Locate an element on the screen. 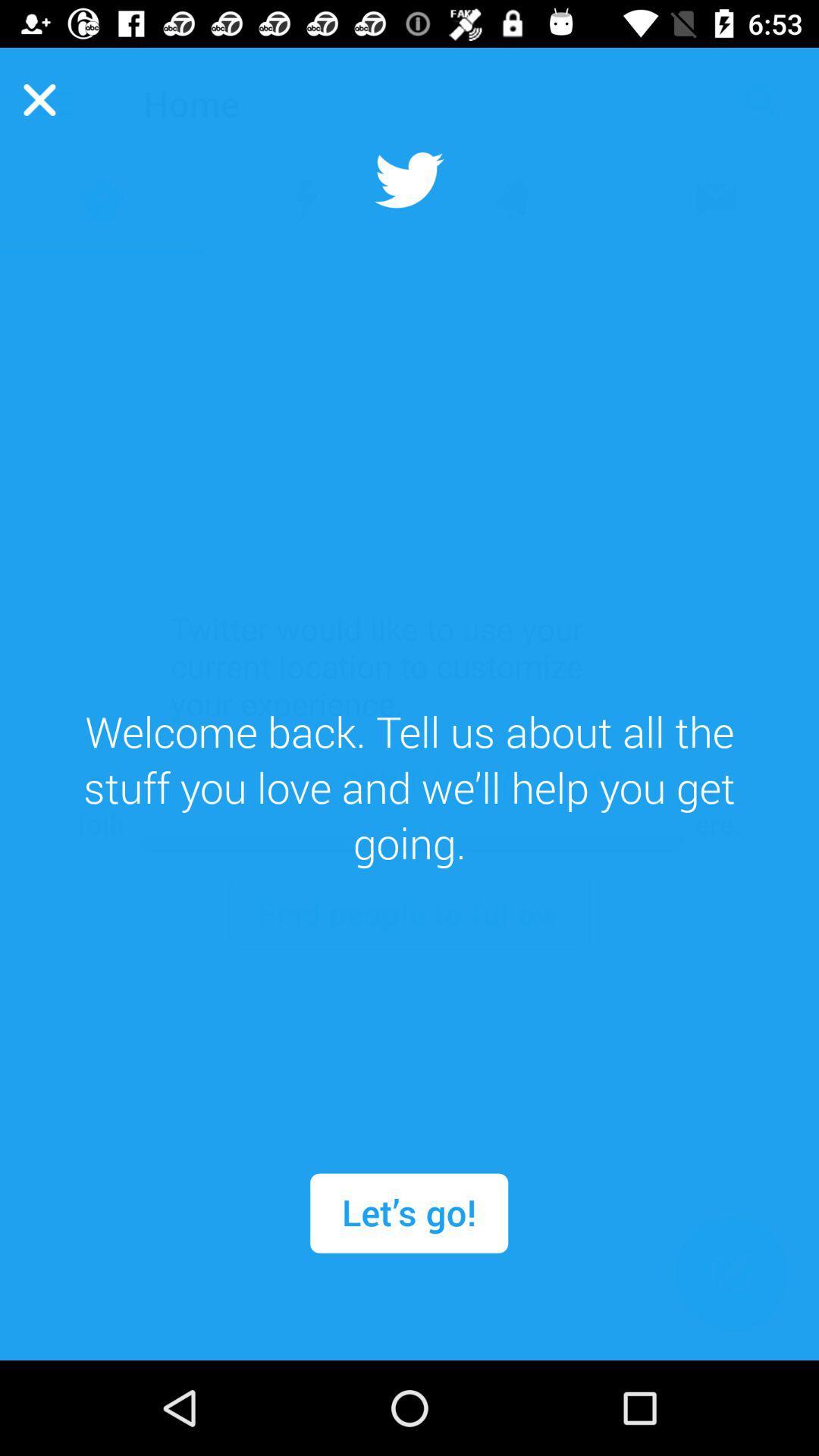 The image size is (819, 1456). item above the welcome back tell item is located at coordinates (39, 99).